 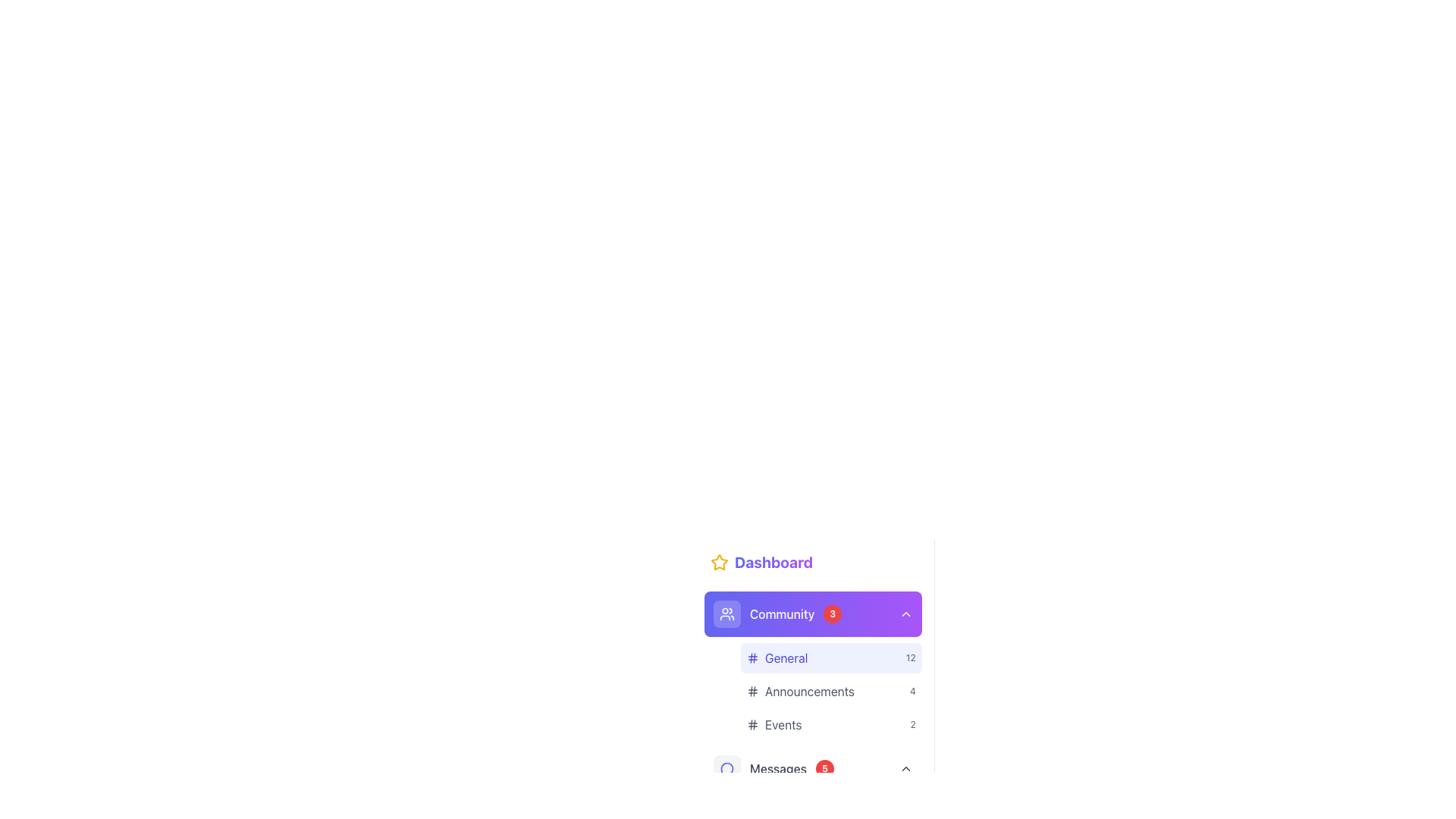 I want to click on the 'Announcements' navigation link in the Community section, so click(x=800, y=691).